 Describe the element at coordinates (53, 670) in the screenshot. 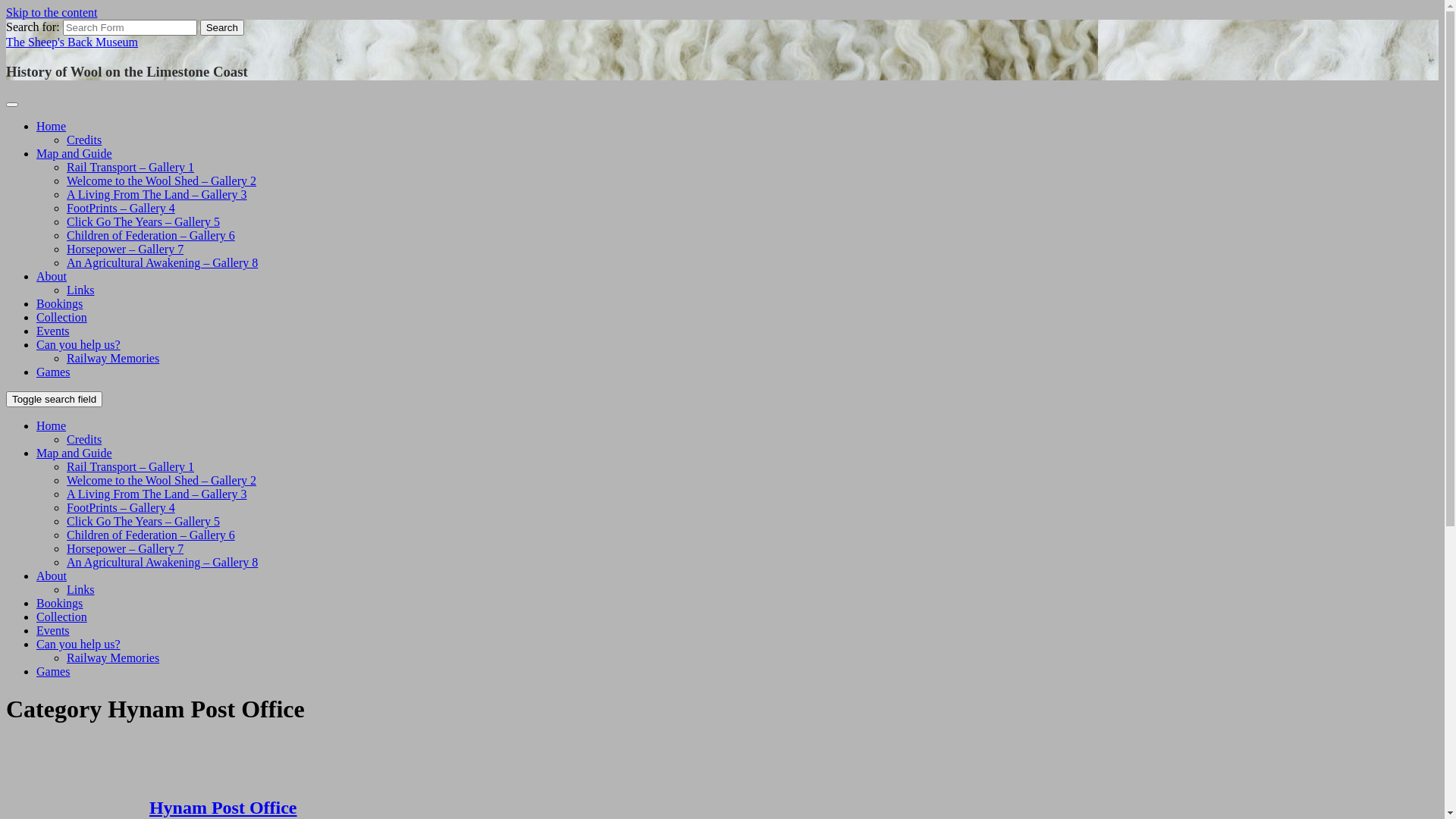

I see `'Games'` at that location.